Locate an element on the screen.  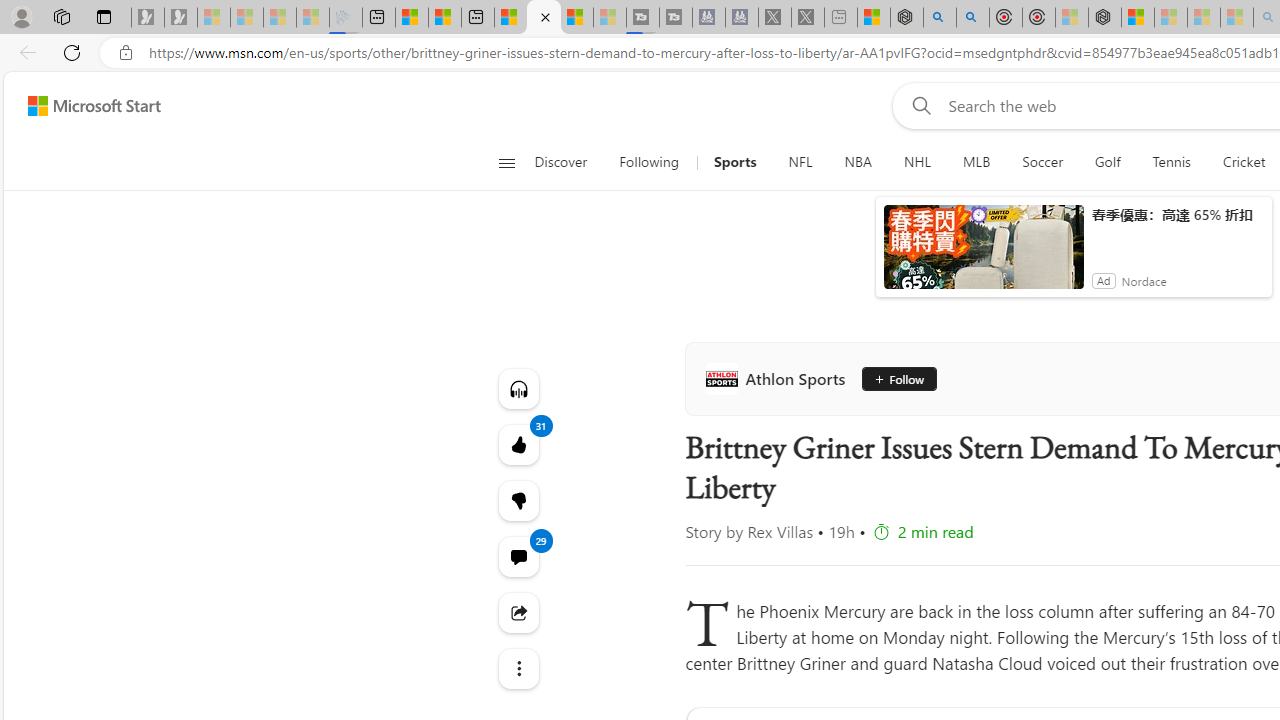
'Ad' is located at coordinates (1102, 280).